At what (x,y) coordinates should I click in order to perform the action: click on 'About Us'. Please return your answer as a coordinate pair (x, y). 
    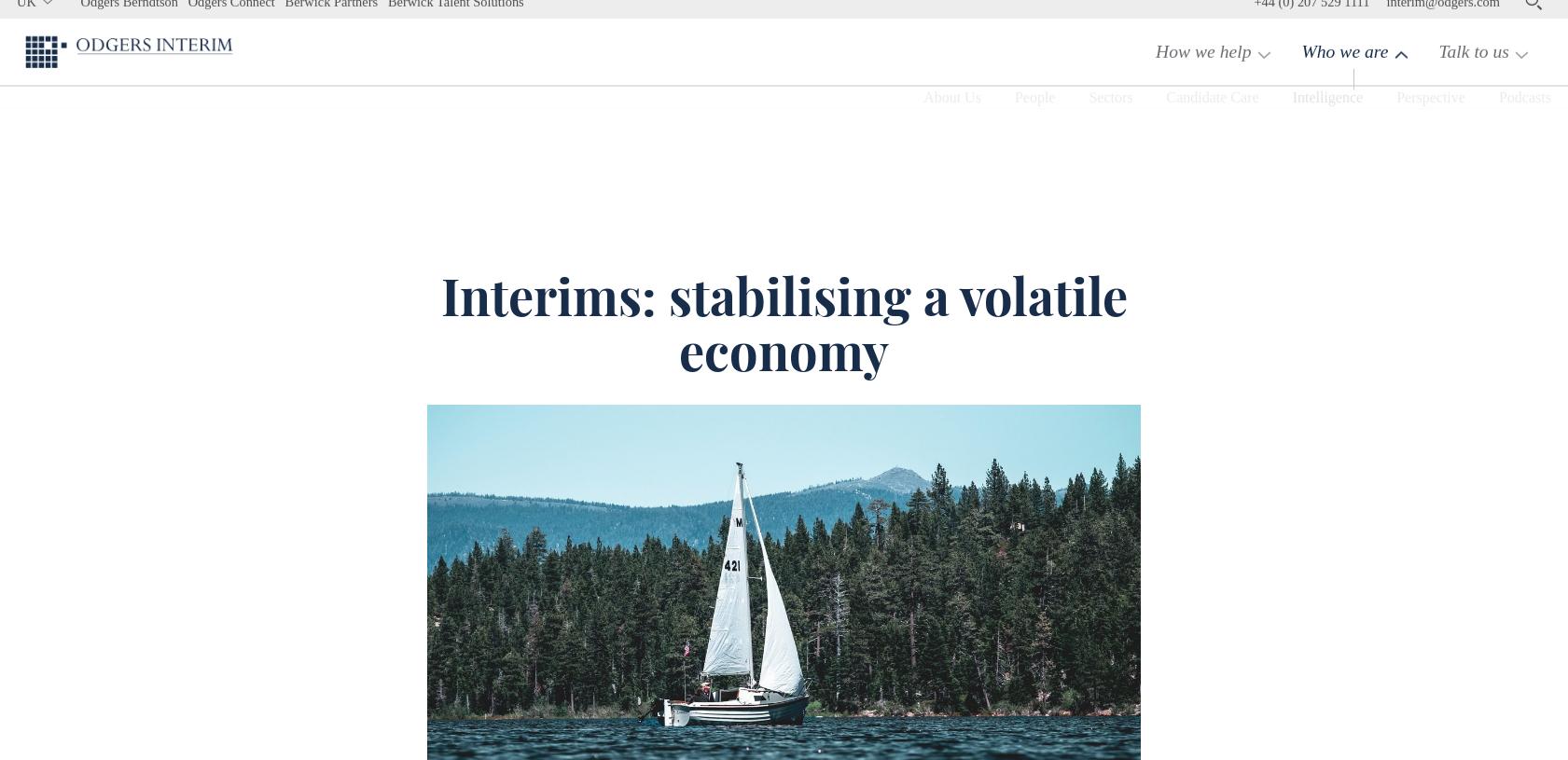
    Looking at the image, I should click on (877, 141).